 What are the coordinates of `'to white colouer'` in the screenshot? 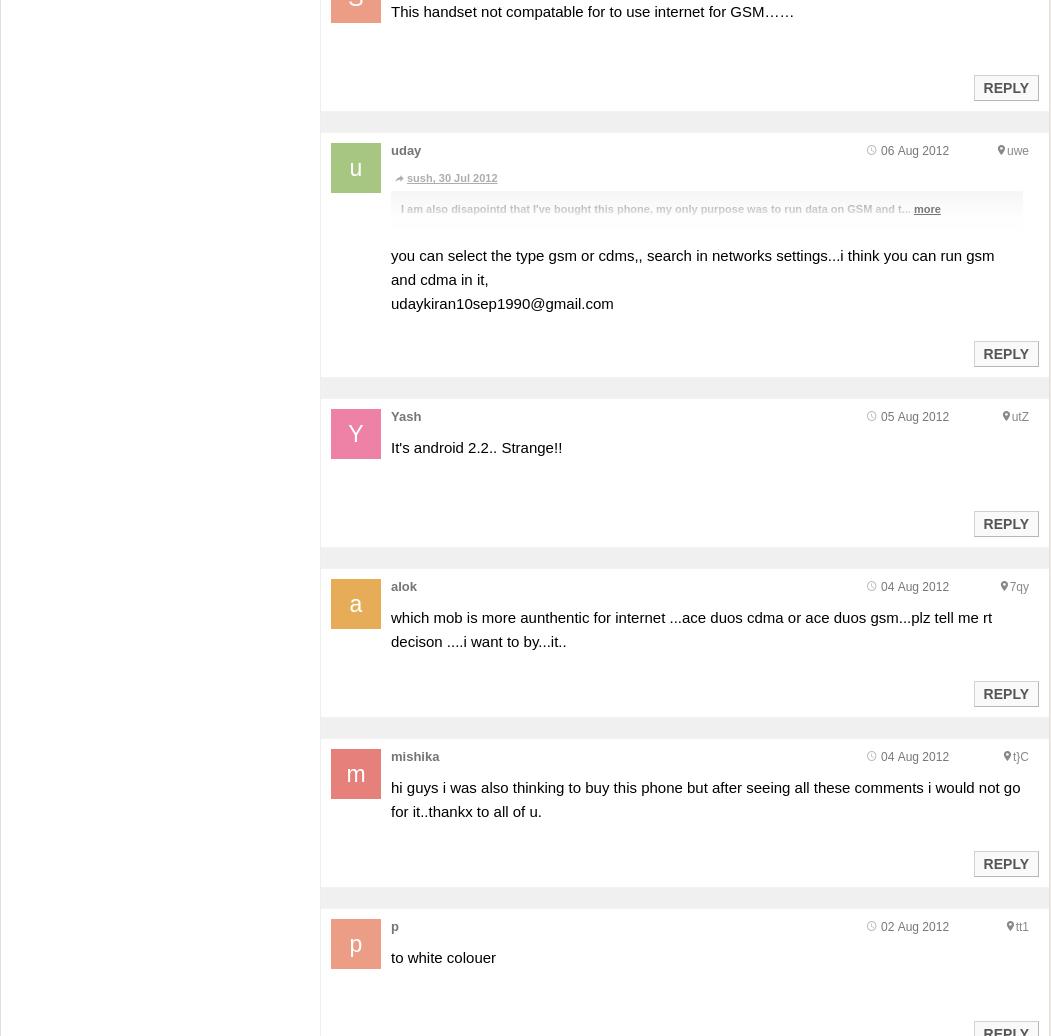 It's located at (443, 956).